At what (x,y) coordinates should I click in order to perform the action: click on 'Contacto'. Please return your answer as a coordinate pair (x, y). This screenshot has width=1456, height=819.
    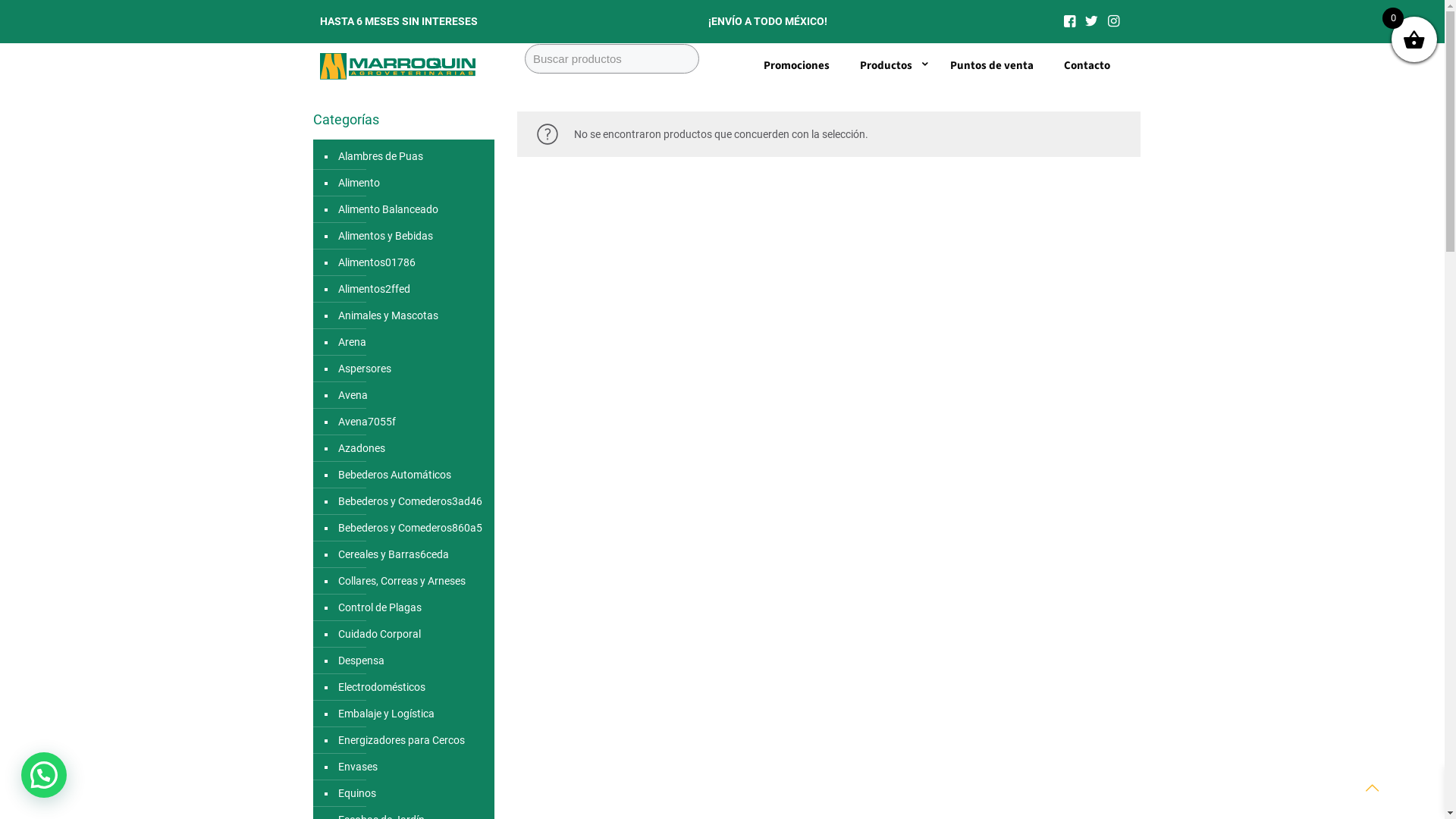
    Looking at the image, I should click on (1085, 65).